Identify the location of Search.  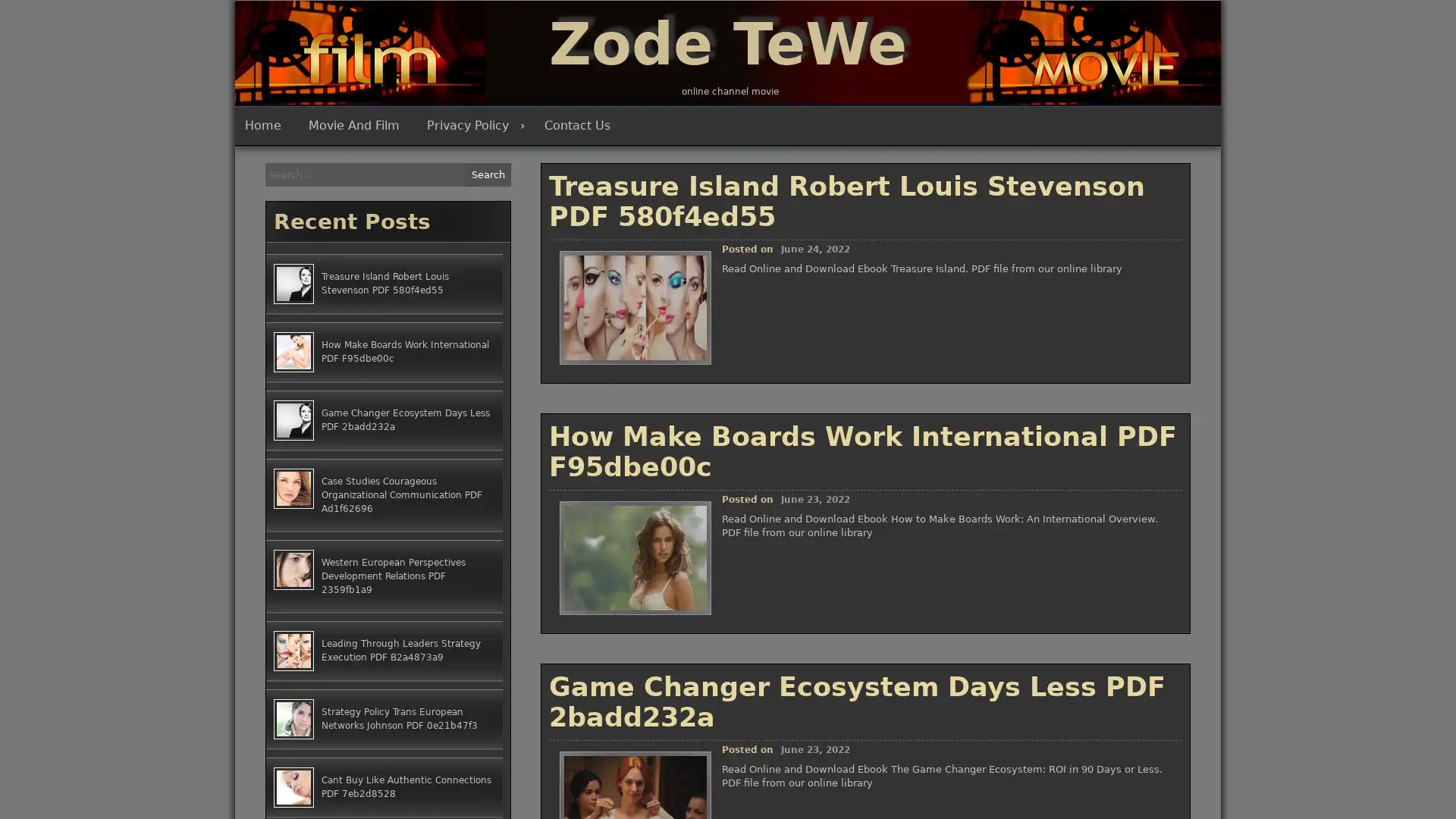
(488, 174).